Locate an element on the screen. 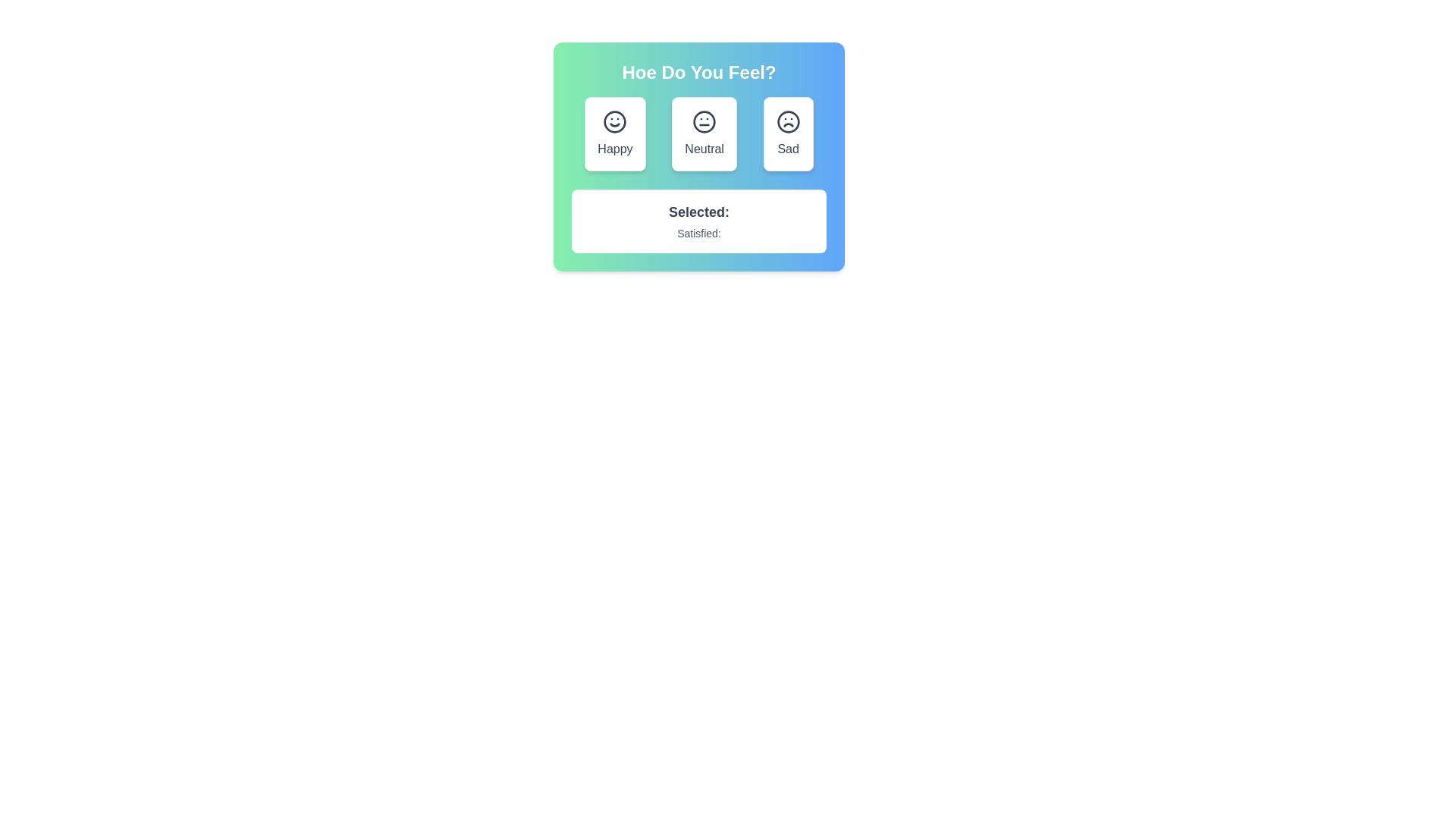 The height and width of the screenshot is (819, 1456). the Sad button to select the corresponding emotion is located at coordinates (787, 133).